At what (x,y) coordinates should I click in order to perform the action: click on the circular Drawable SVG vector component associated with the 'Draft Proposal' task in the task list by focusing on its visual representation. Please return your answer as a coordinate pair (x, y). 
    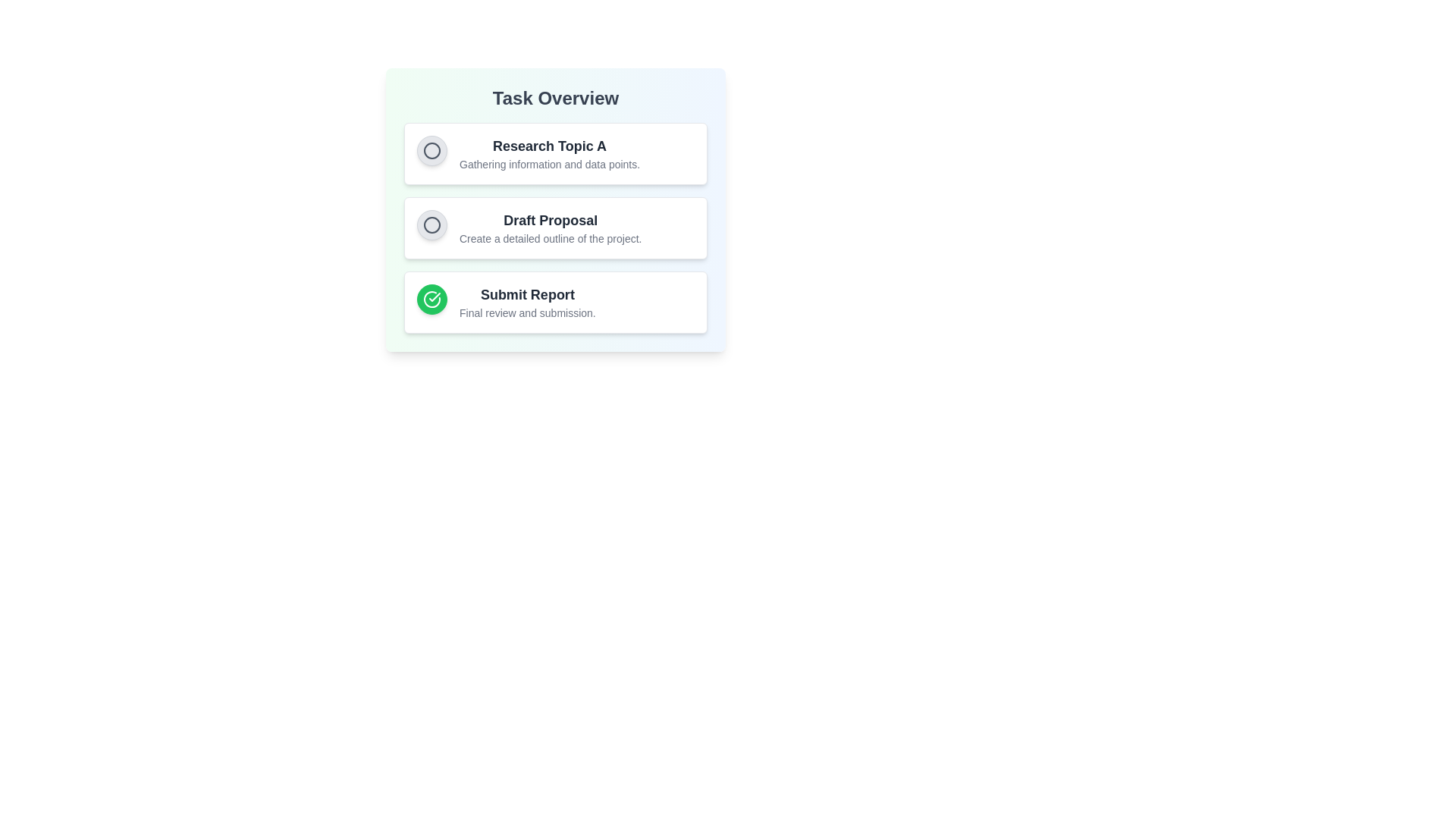
    Looking at the image, I should click on (431, 225).